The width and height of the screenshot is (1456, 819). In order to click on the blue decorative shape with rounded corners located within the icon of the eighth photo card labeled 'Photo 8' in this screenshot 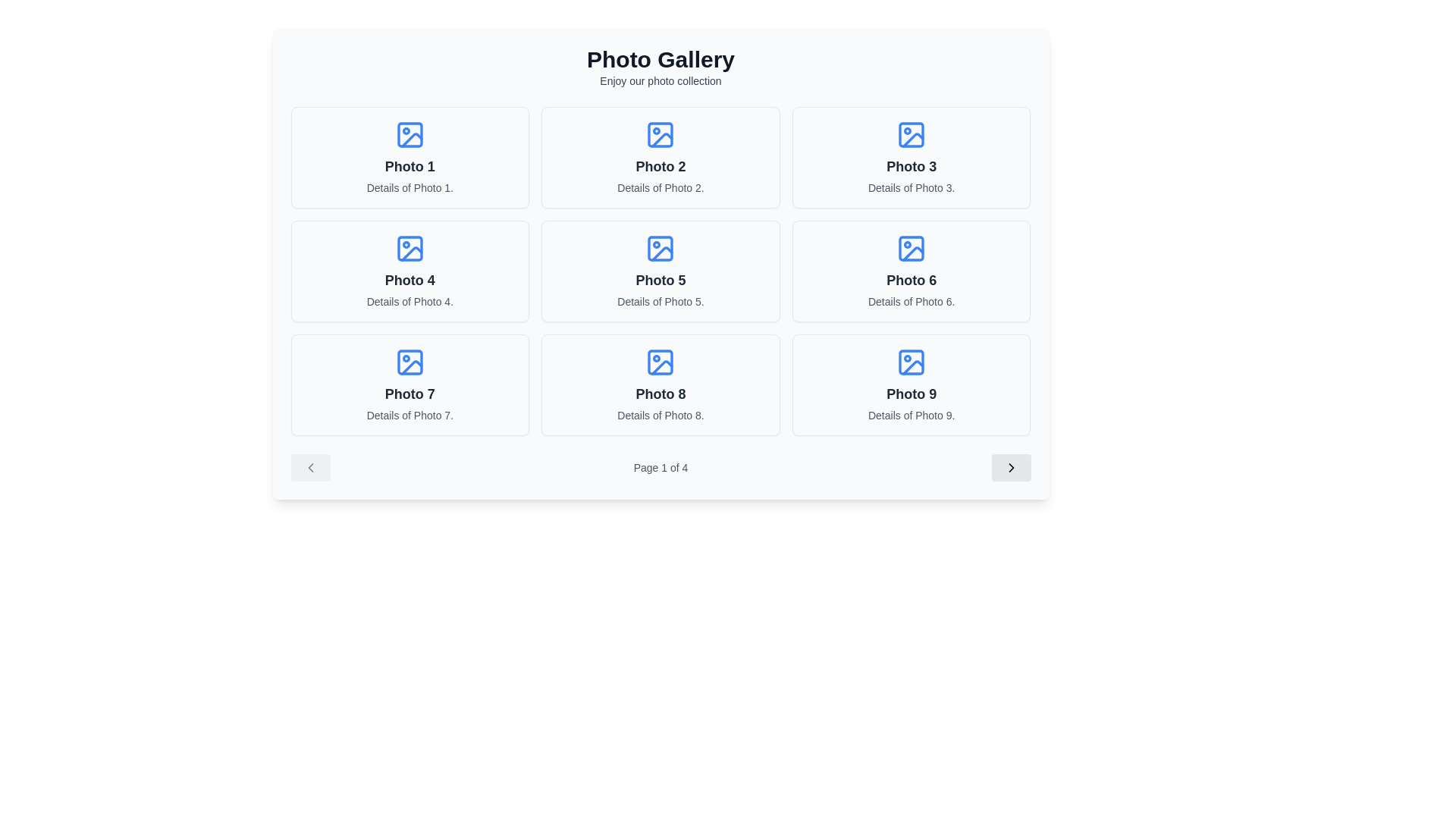, I will do `click(661, 362)`.